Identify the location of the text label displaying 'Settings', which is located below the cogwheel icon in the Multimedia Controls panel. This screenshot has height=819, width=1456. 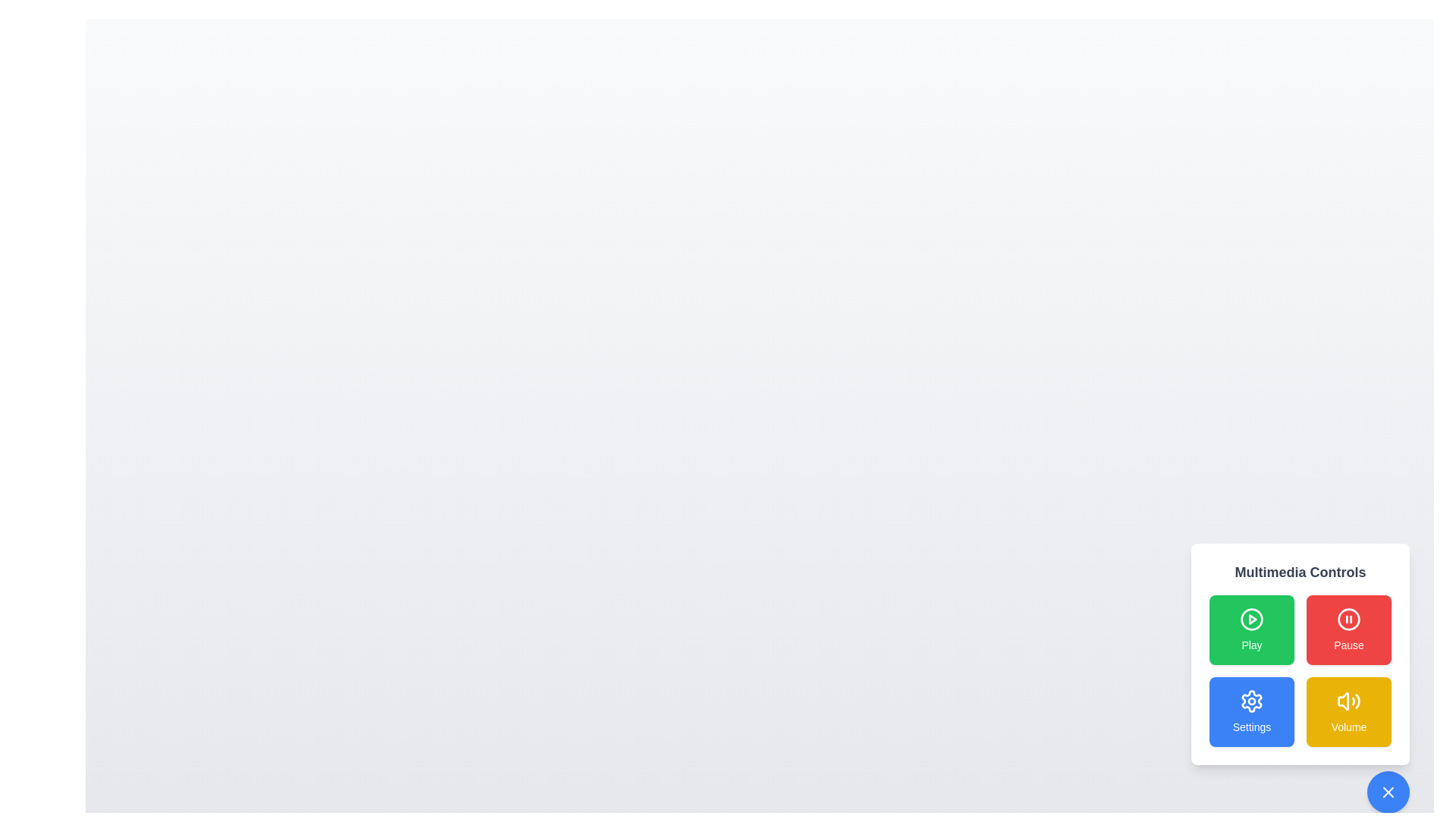
(1252, 726).